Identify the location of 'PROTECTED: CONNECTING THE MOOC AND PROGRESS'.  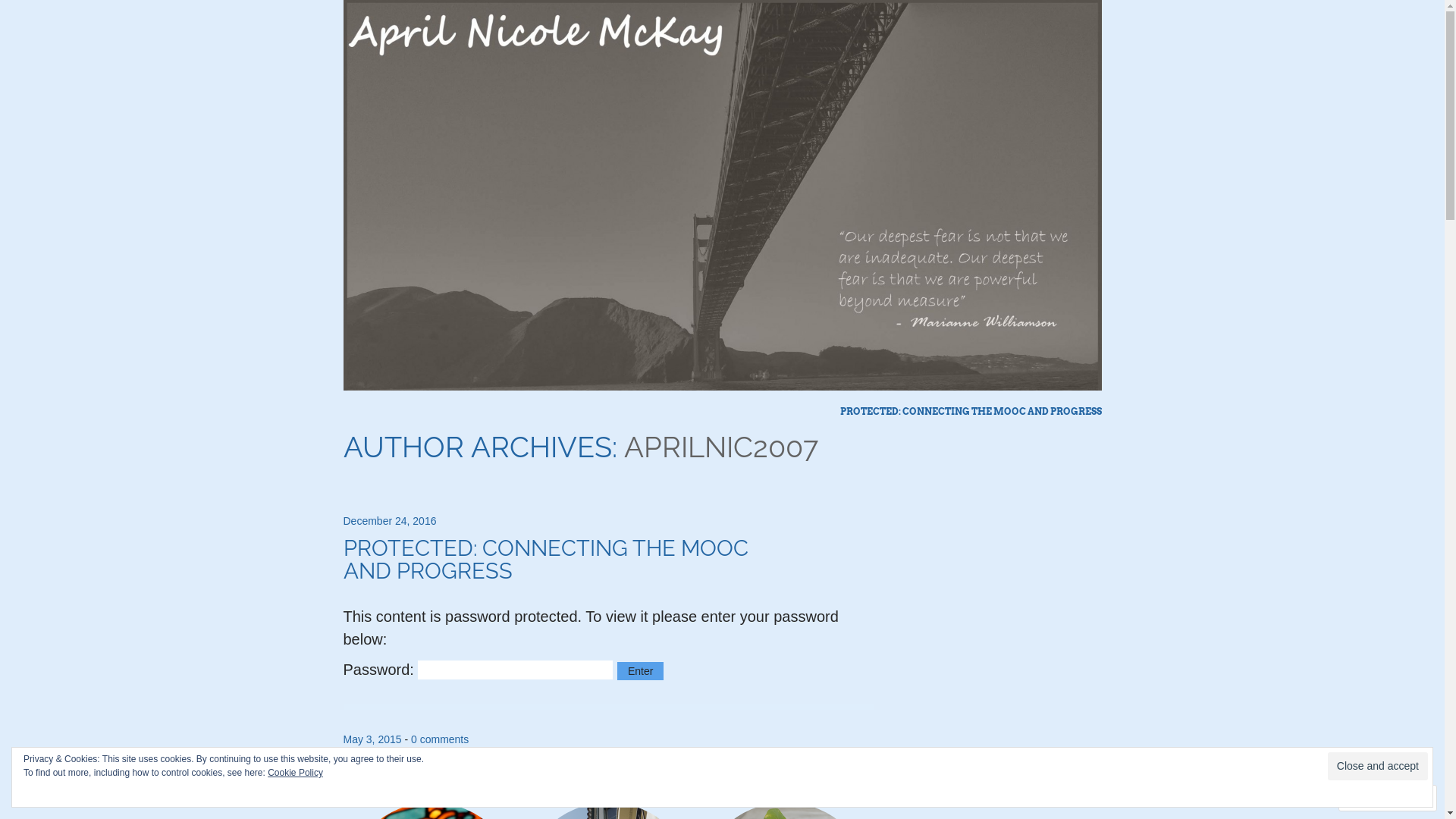
(971, 412).